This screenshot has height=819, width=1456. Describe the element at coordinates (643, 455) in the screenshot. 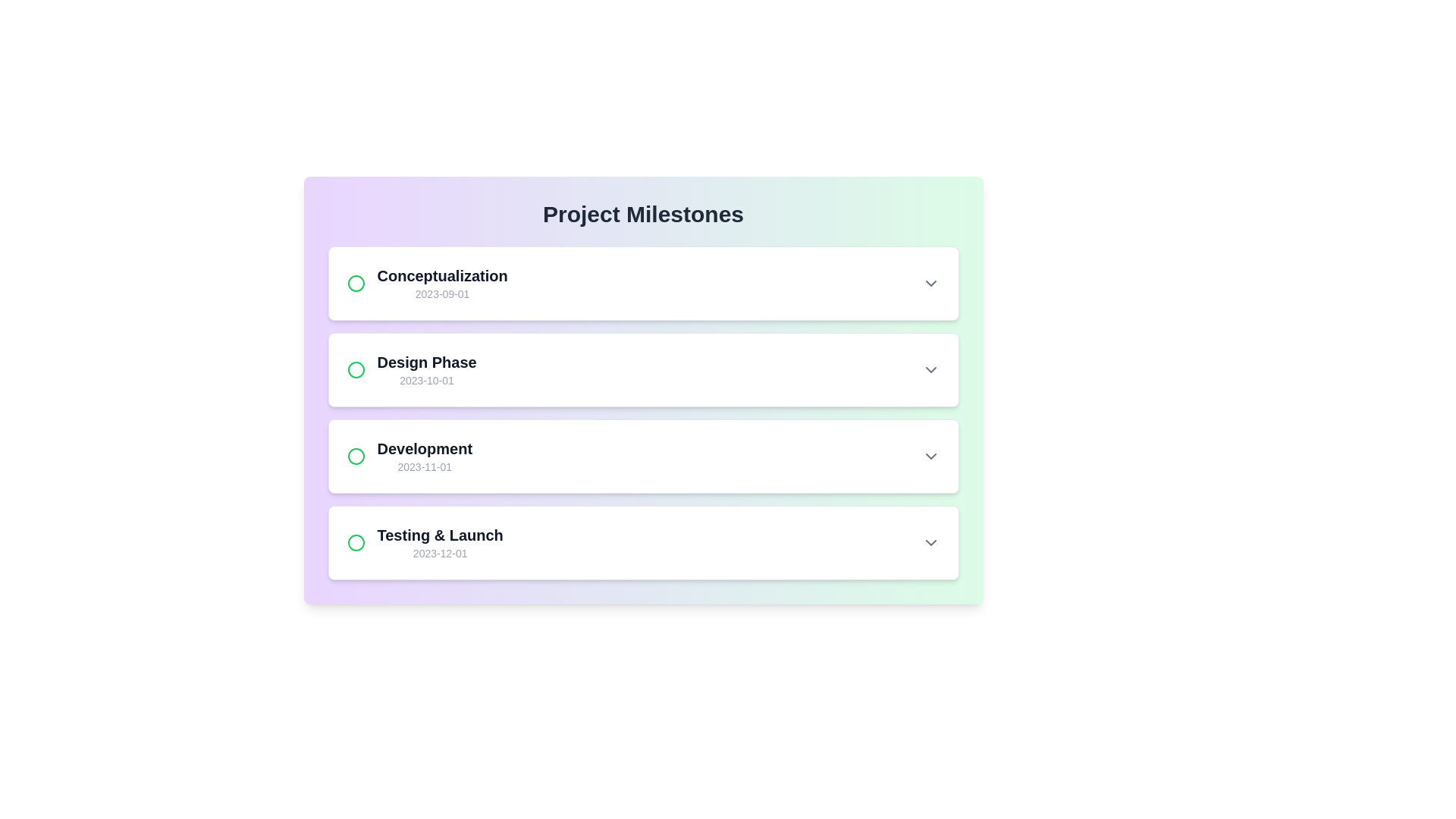

I see `the 'Development' milestone card in the project timeline` at that location.